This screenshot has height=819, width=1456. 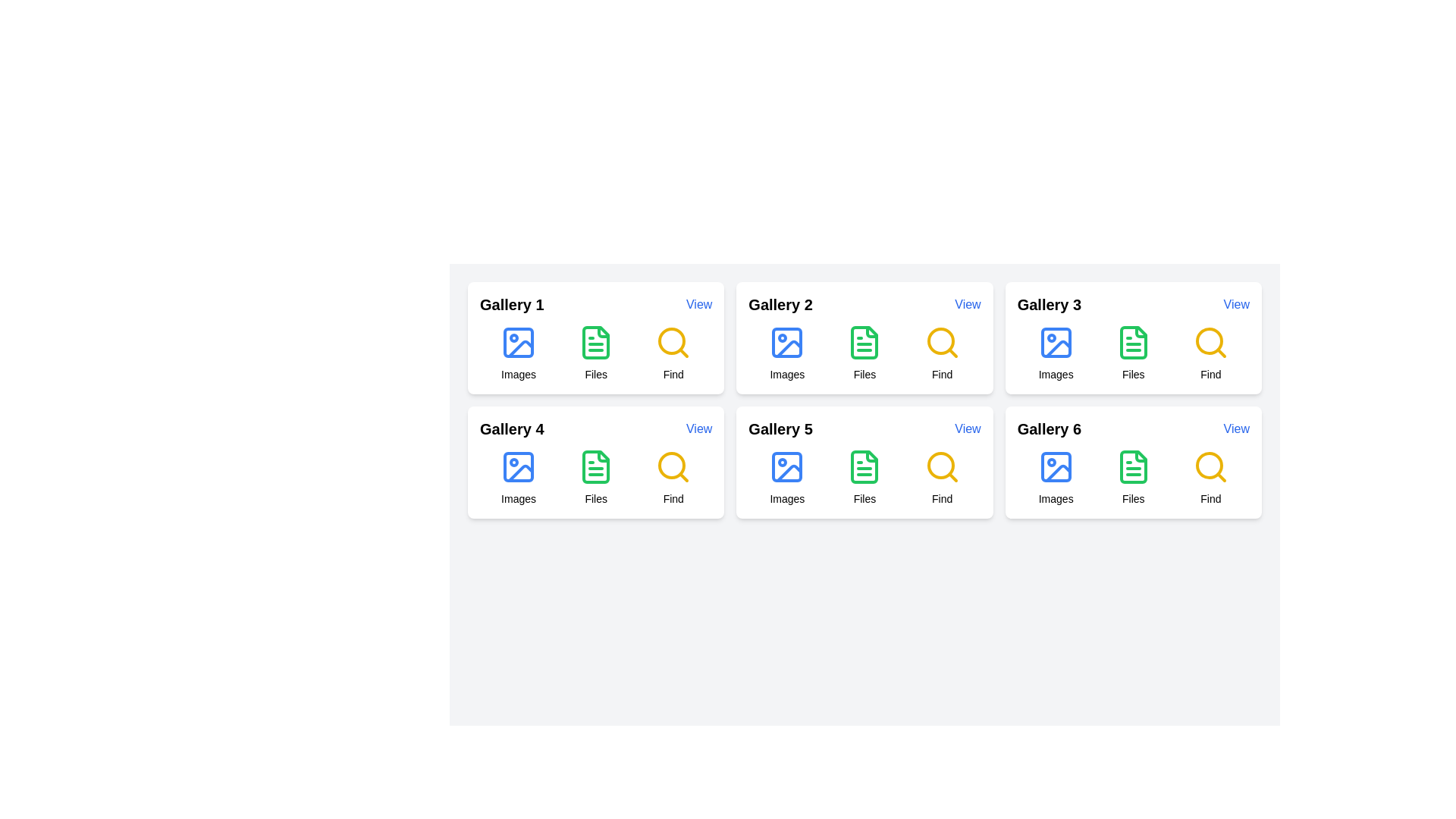 What do you see at coordinates (1055, 374) in the screenshot?
I see `text label displaying 'Images' located centrally aligned below the image icon in the 'Gallery 3' card` at bounding box center [1055, 374].